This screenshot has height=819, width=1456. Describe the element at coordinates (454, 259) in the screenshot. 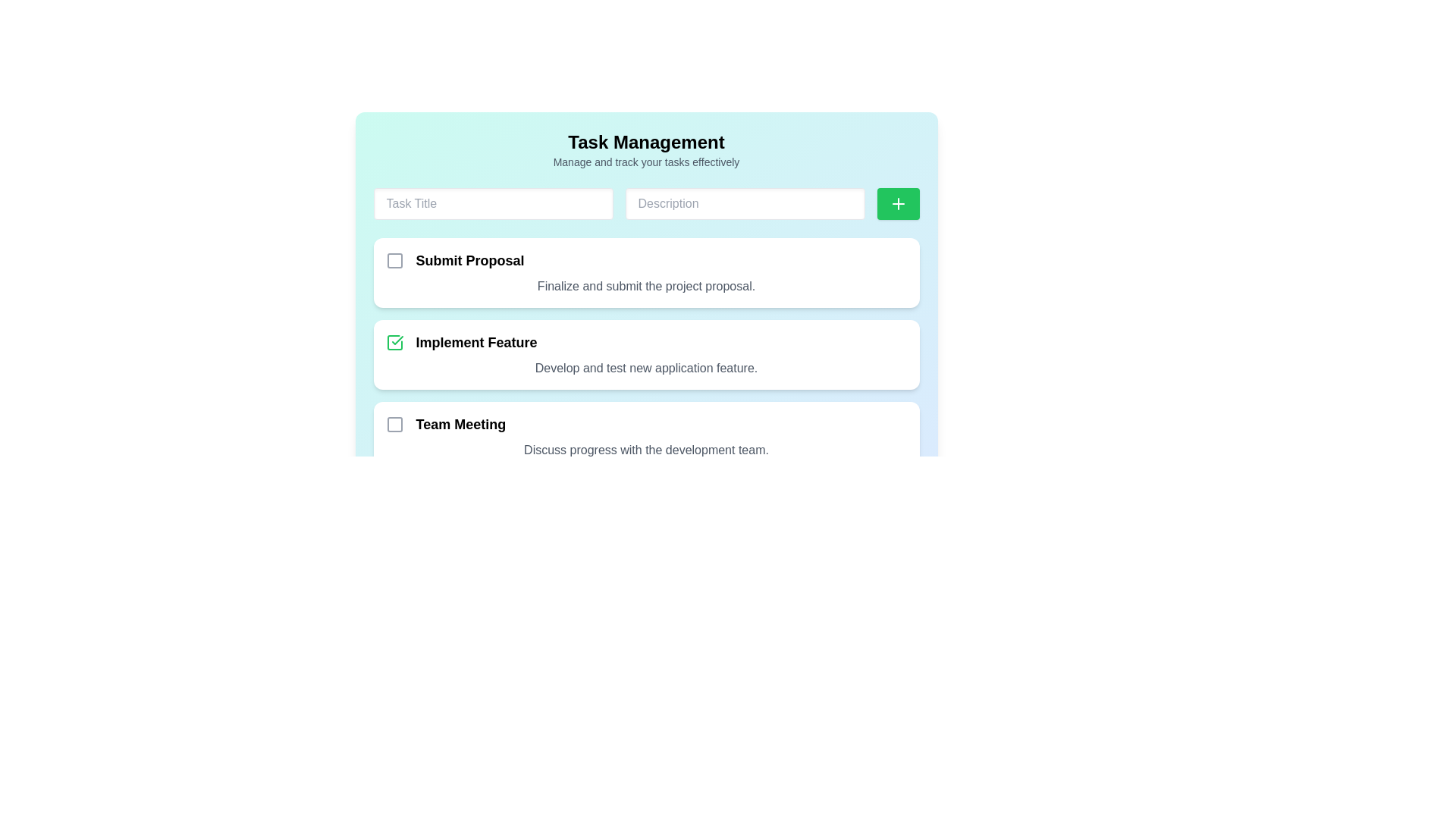

I see `the 'Submit Proposal' task label` at that location.